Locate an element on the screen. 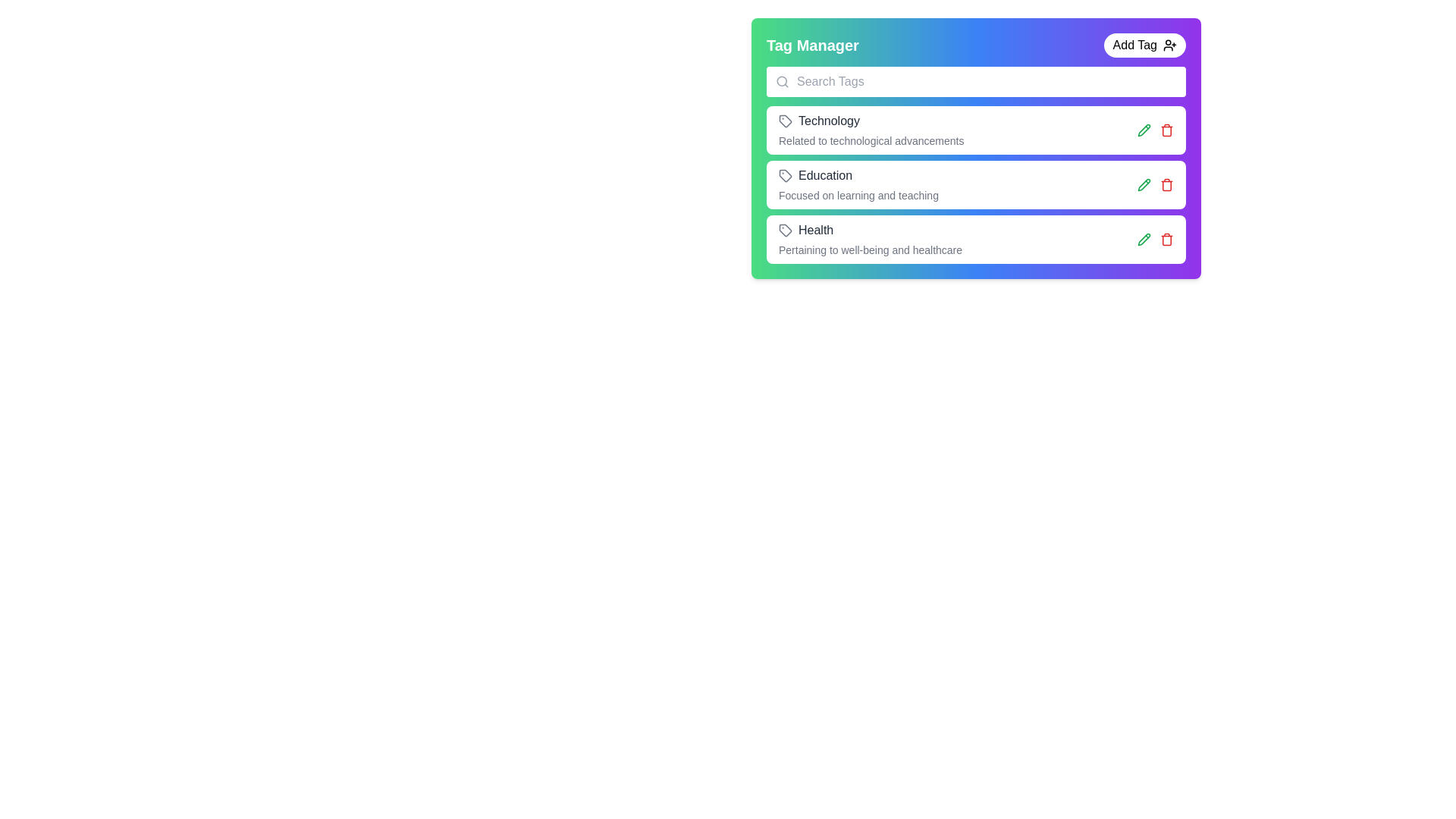 The height and width of the screenshot is (819, 1456). the red trash icon button in the 'Tag Manager' interface to initiate the delete action is located at coordinates (1166, 130).